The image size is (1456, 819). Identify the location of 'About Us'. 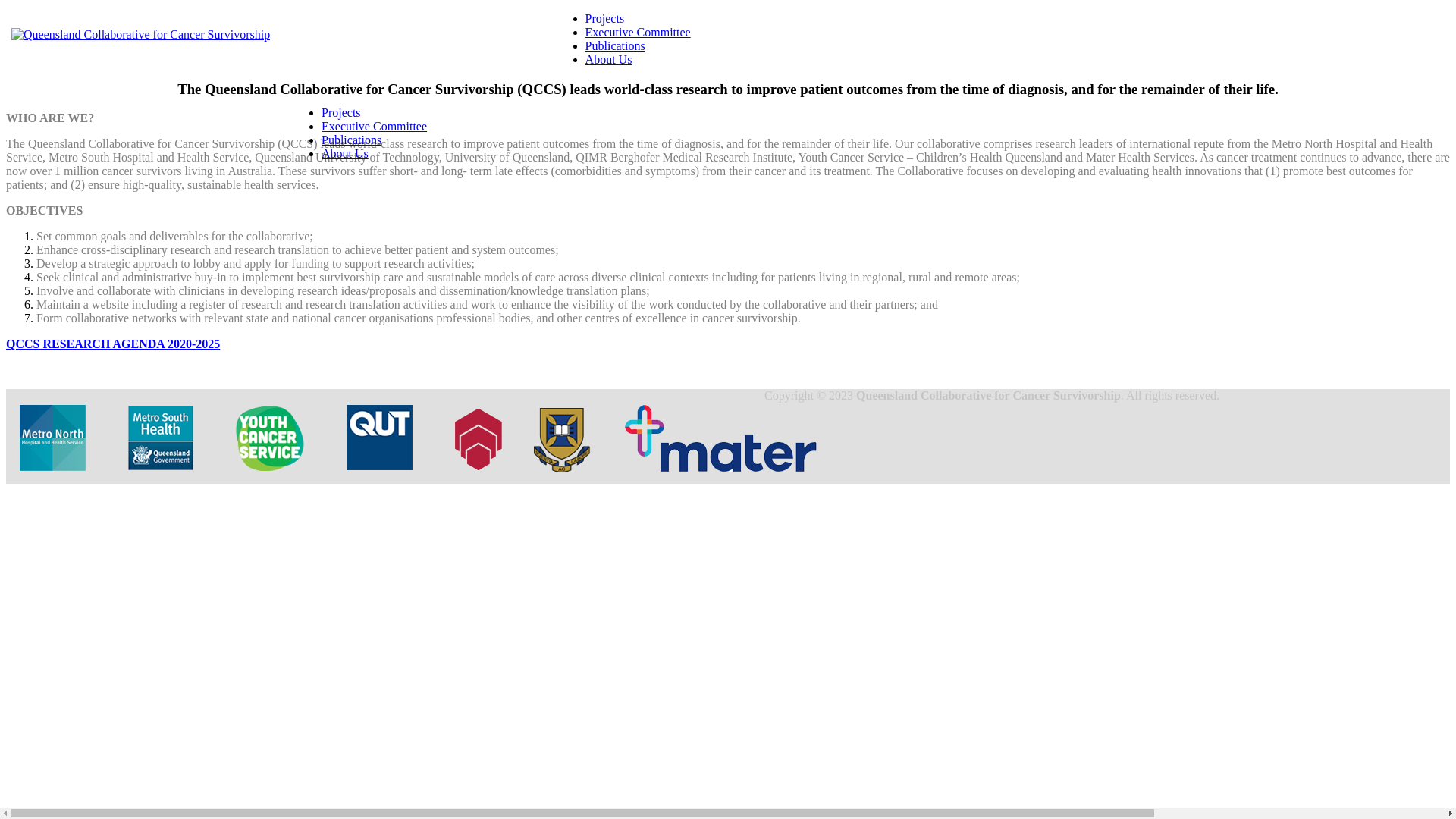
(608, 58).